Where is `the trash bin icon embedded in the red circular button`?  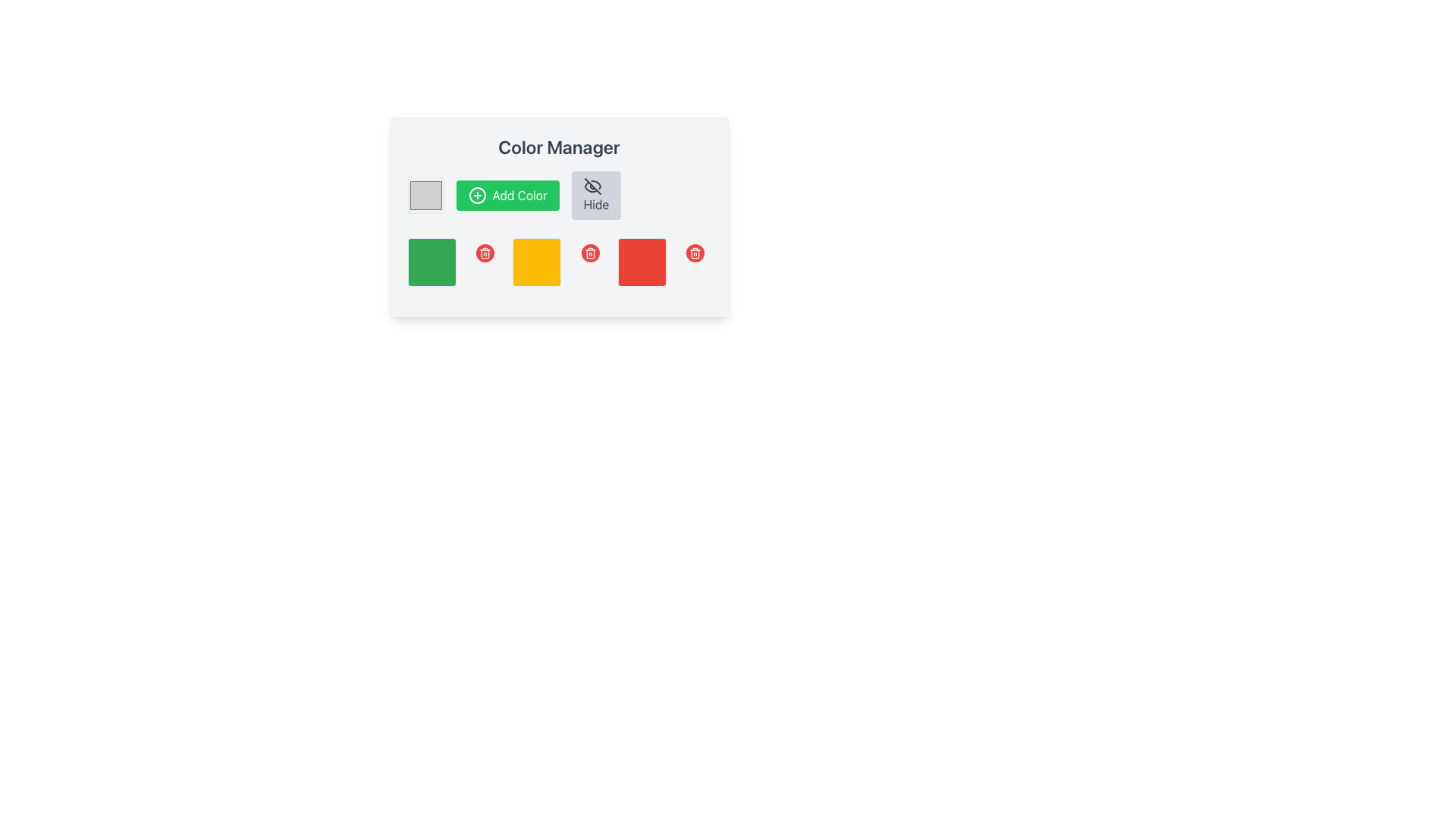
the trash bin icon embedded in the red circular button is located at coordinates (695, 253).